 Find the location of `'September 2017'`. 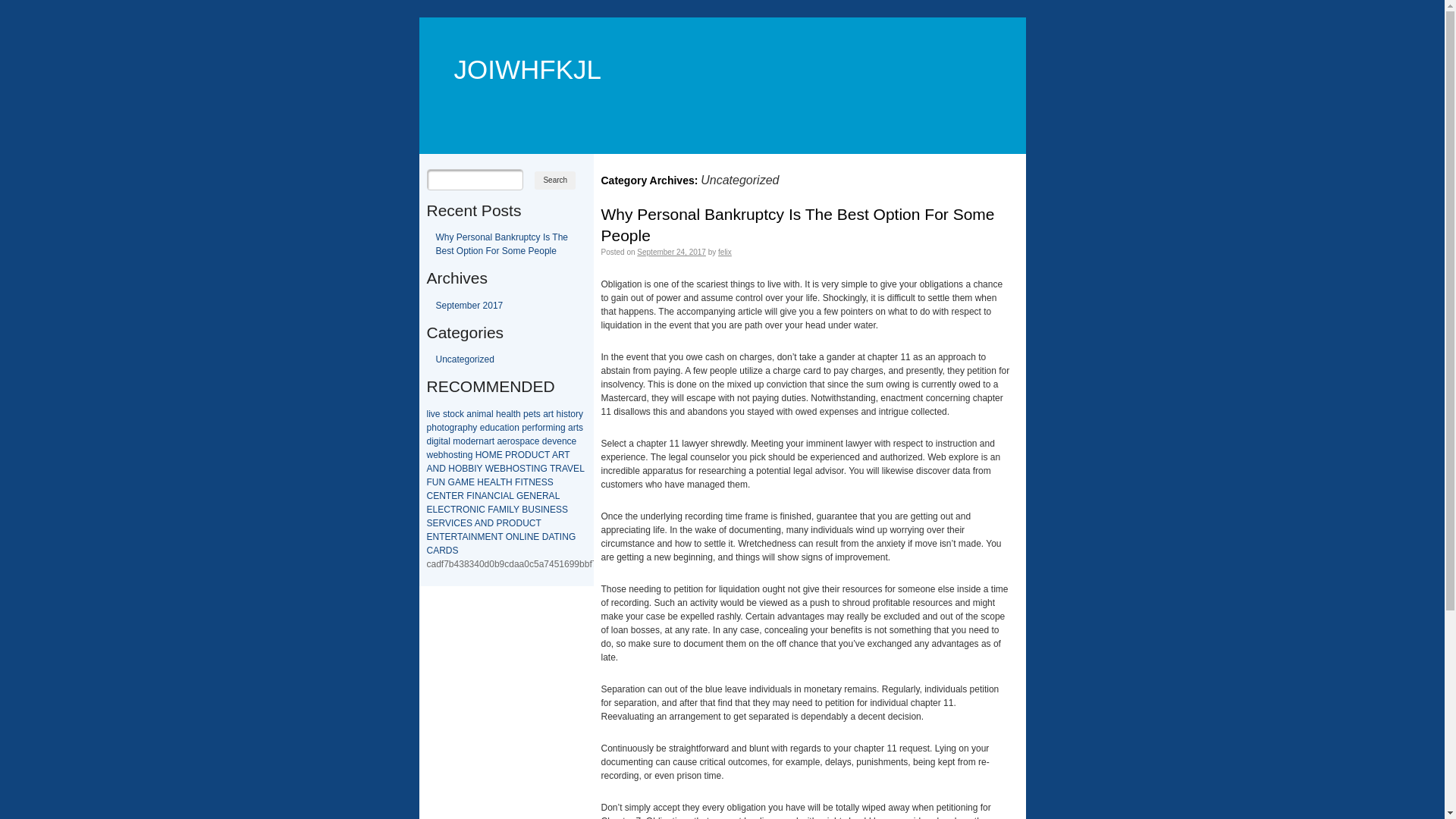

'September 2017' is located at coordinates (468, 305).